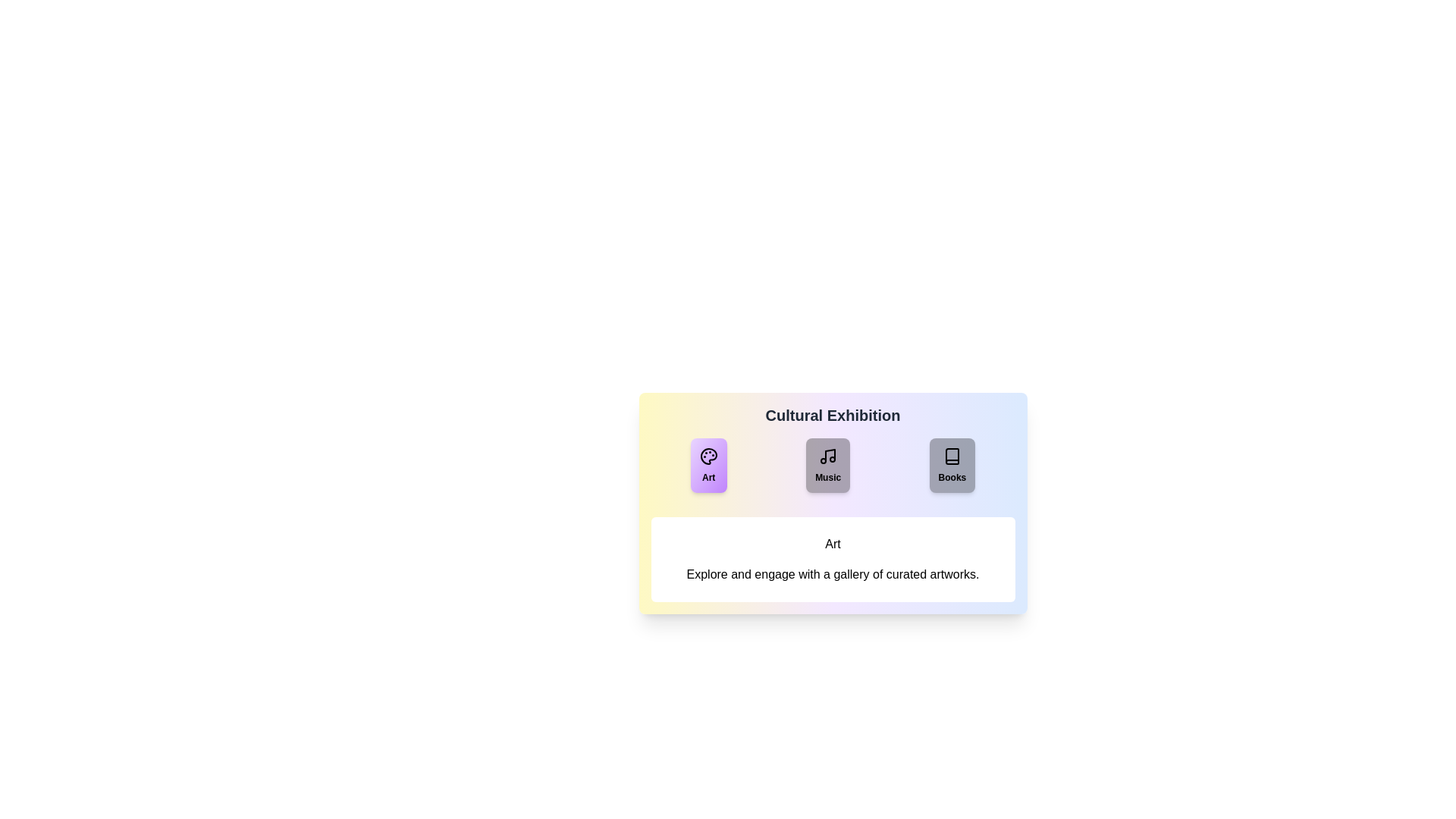 The height and width of the screenshot is (819, 1456). Describe the element at coordinates (708, 464) in the screenshot. I see `the Art tab by clicking on its button` at that location.